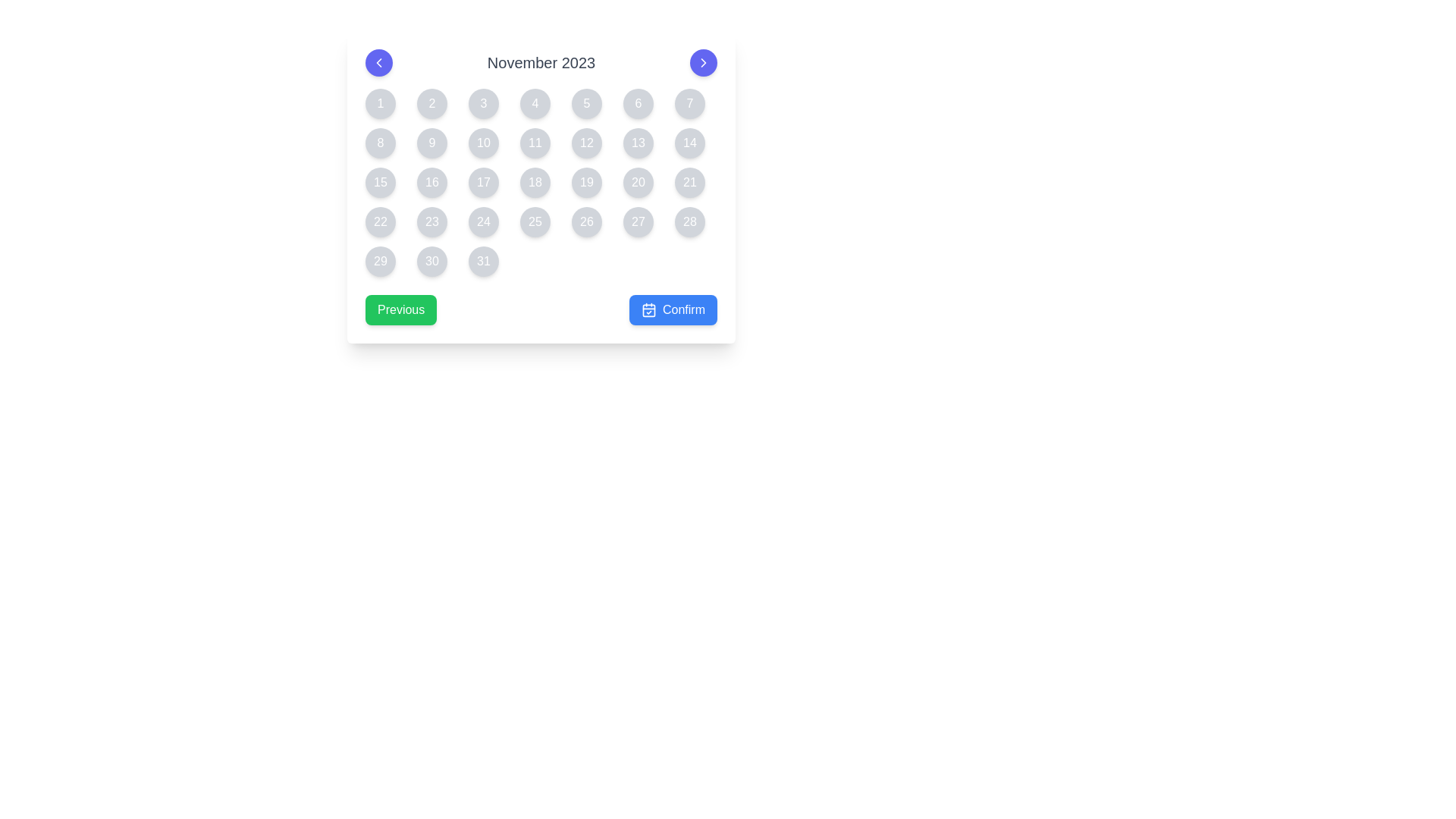 The width and height of the screenshot is (1456, 819). Describe the element at coordinates (535, 181) in the screenshot. I see `the date selector button for the 18th day in the calendar view` at that location.